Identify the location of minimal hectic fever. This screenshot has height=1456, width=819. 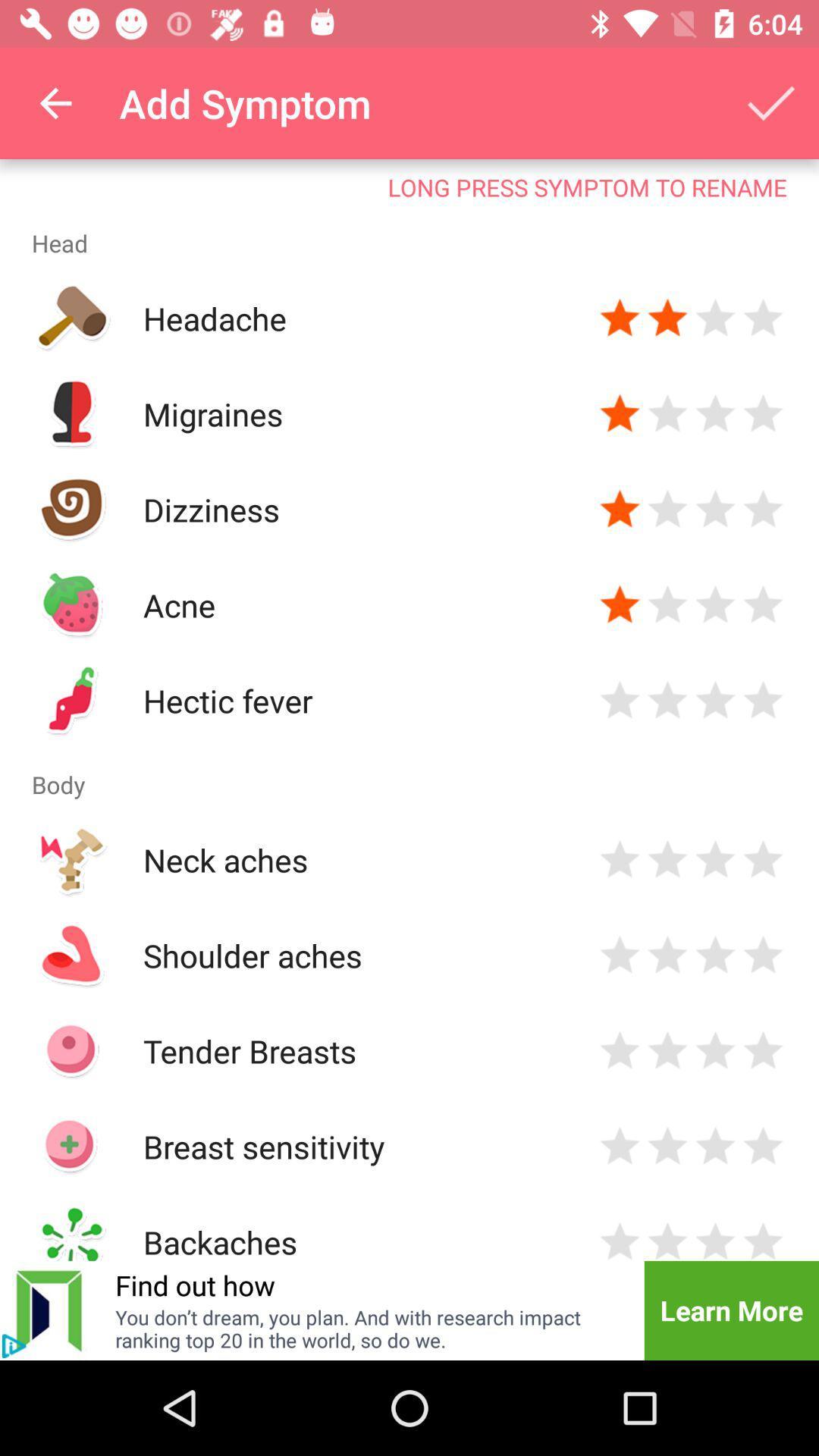
(620, 700).